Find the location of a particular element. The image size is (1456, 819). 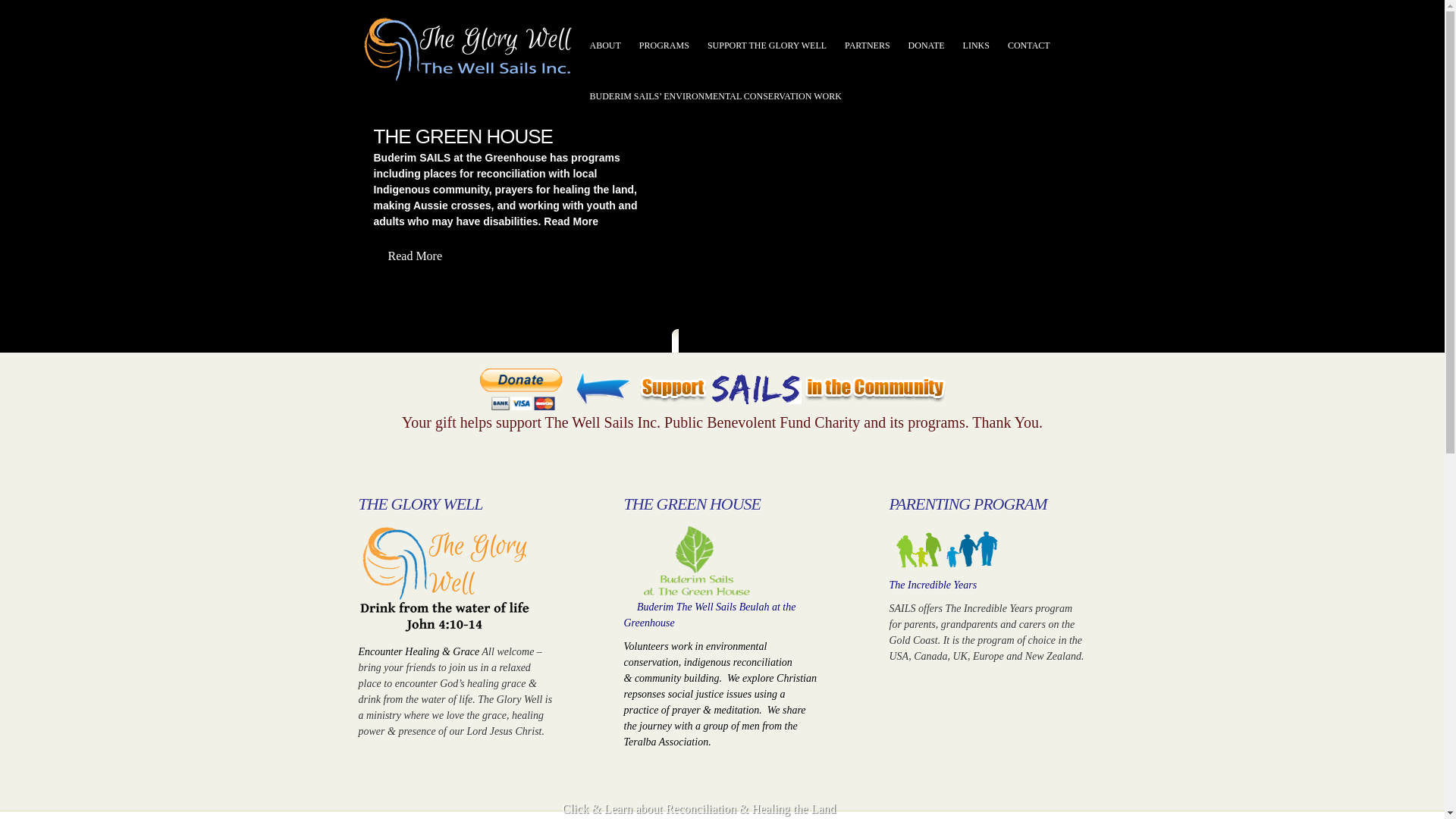

'The Incredible Years' is located at coordinates (931, 584).